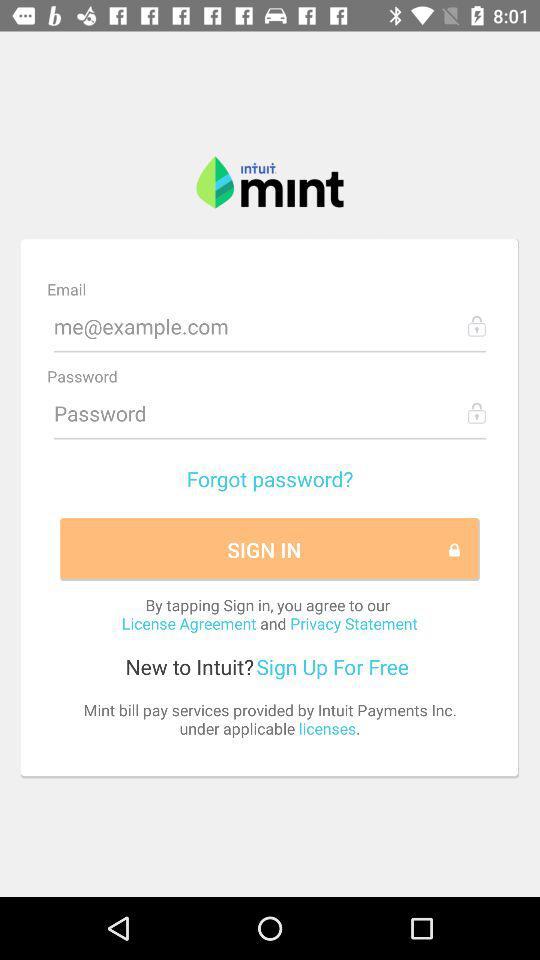 The image size is (540, 960). Describe the element at coordinates (270, 412) in the screenshot. I see `password` at that location.